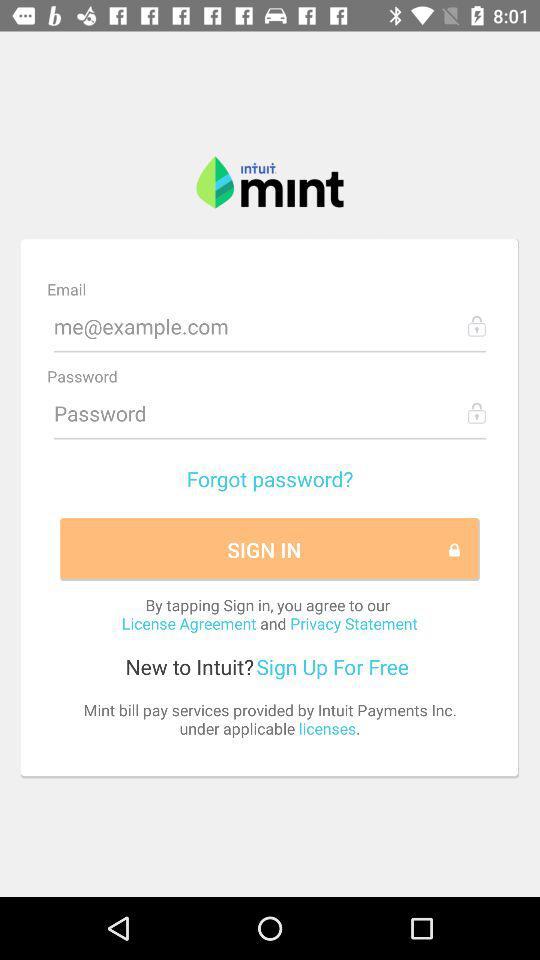 The image size is (540, 960). Describe the element at coordinates (270, 412) in the screenshot. I see `password` at that location.